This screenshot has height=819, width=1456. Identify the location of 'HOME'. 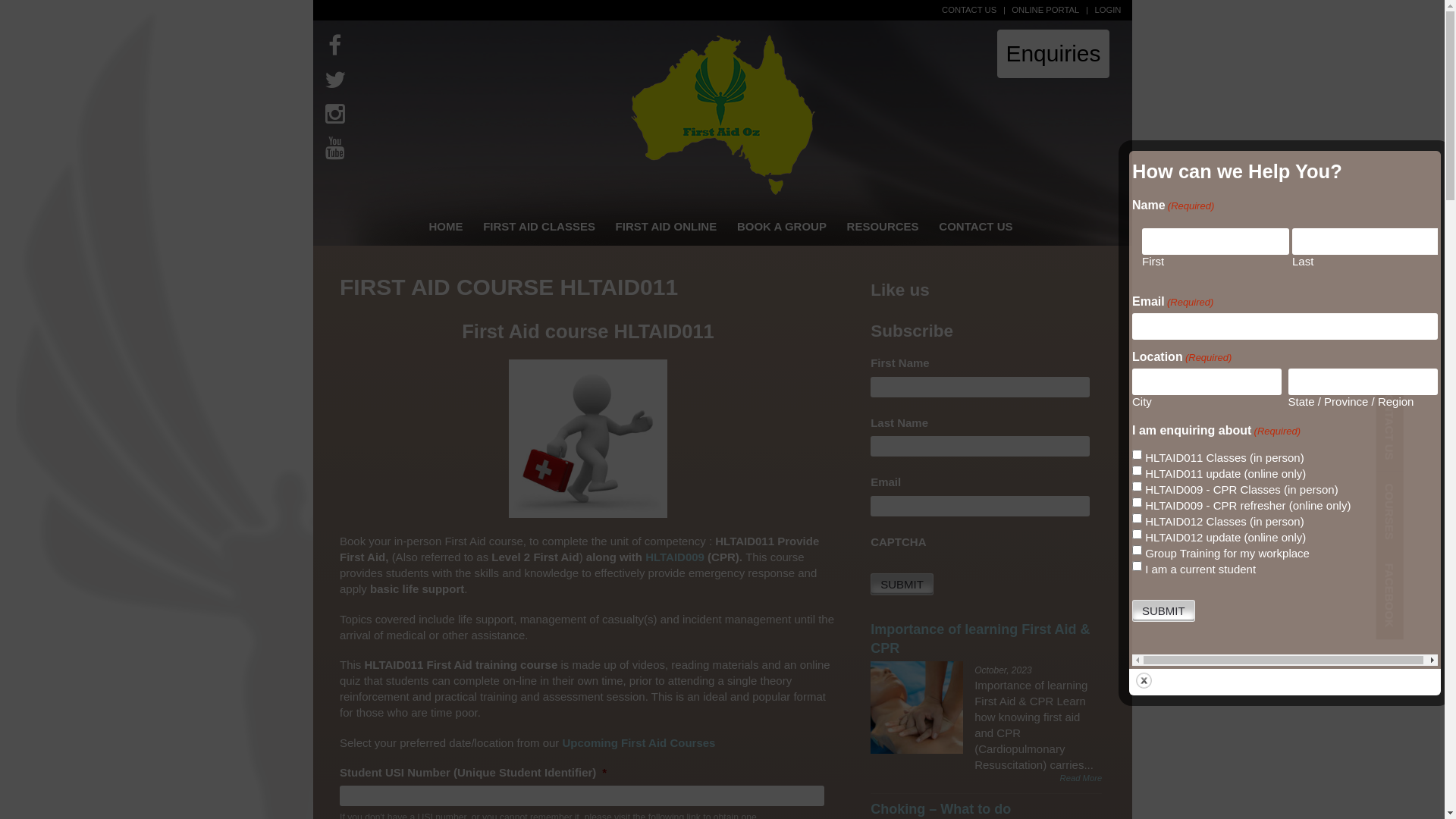
(445, 225).